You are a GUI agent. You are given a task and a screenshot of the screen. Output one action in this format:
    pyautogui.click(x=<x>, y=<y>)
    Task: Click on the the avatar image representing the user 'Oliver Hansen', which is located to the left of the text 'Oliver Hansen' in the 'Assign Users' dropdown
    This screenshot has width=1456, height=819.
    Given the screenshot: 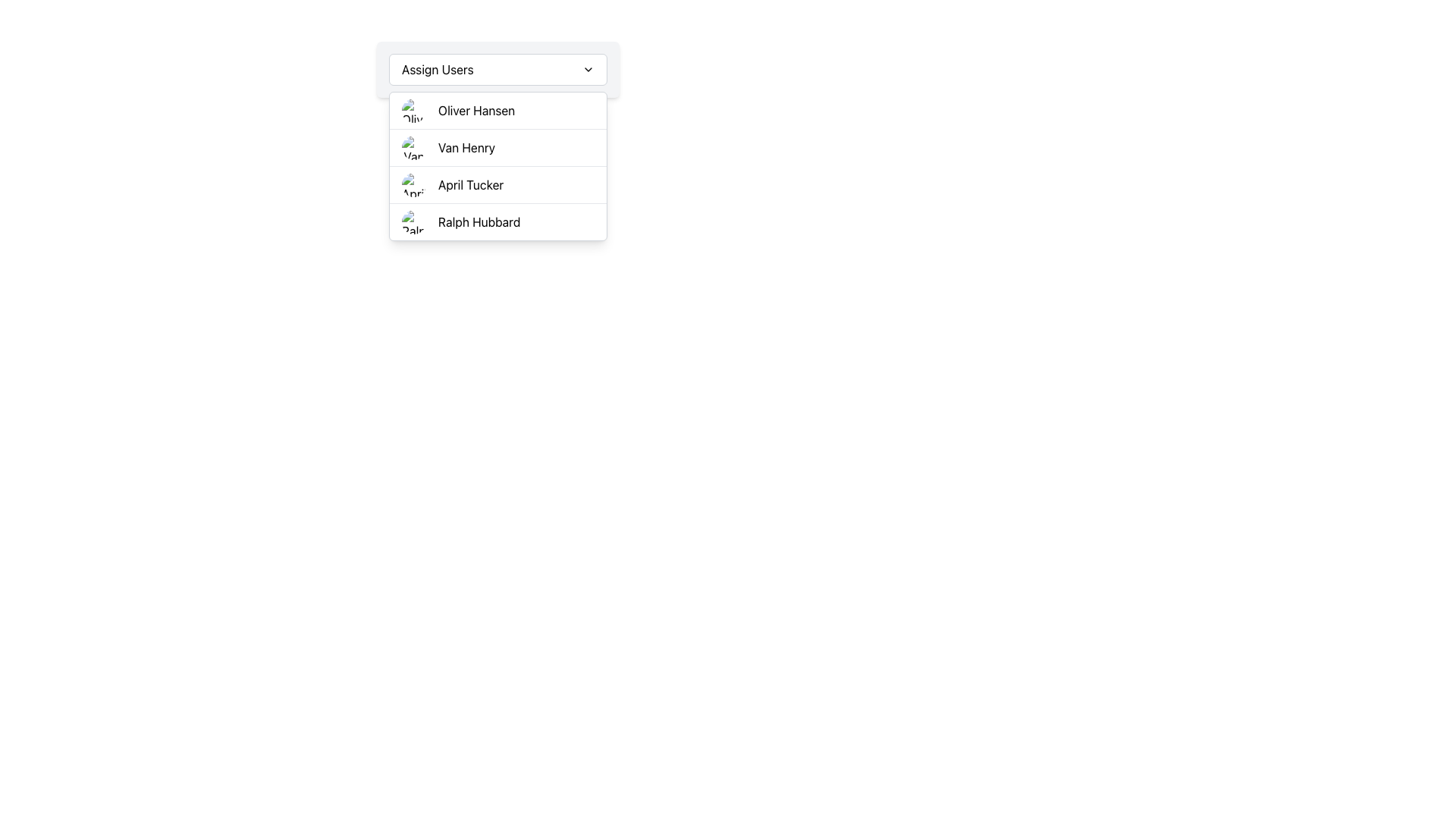 What is the action you would take?
    pyautogui.click(x=414, y=110)
    